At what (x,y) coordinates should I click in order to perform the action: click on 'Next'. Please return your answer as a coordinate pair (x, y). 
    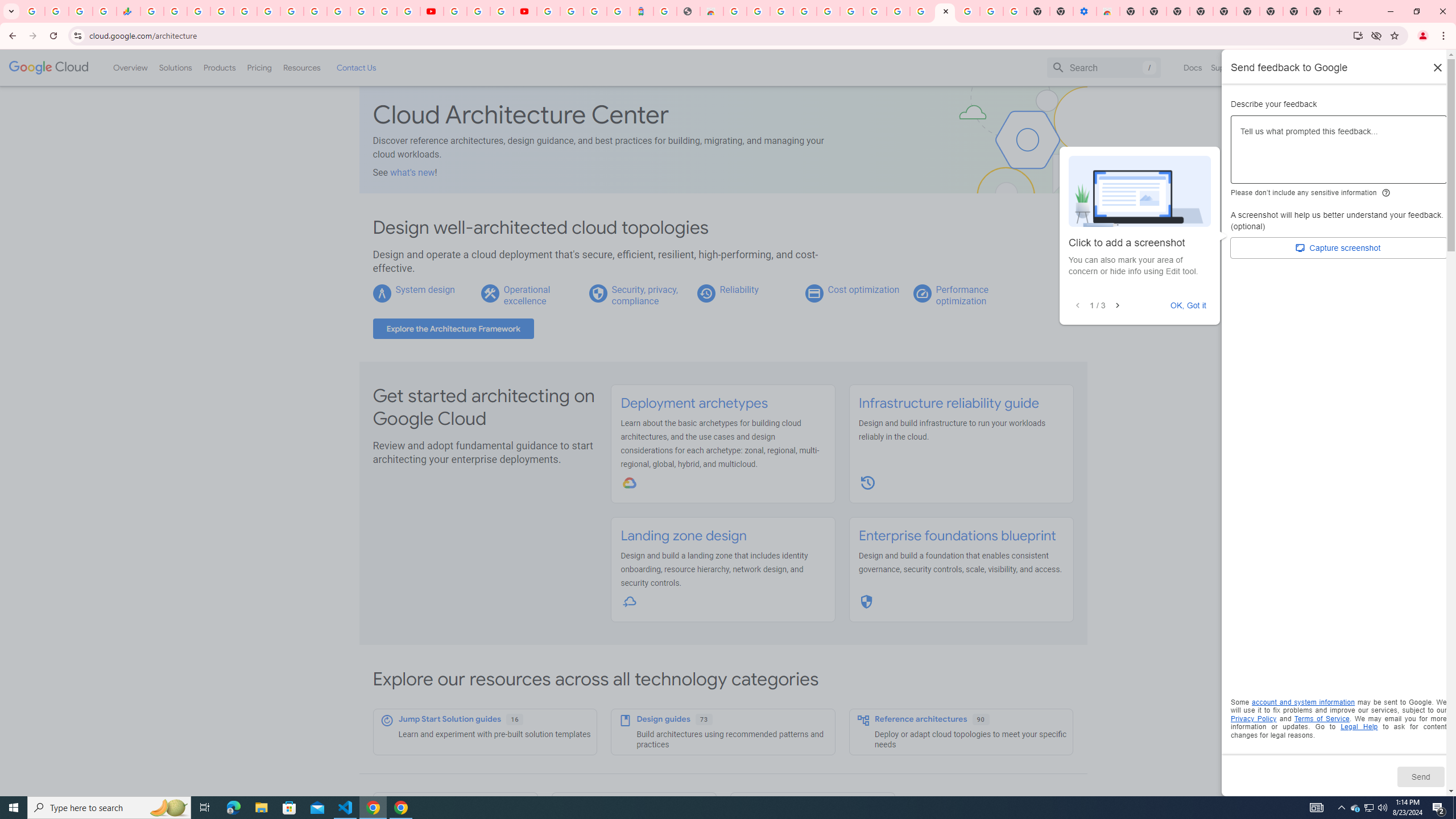
    Looking at the image, I should click on (1117, 305).